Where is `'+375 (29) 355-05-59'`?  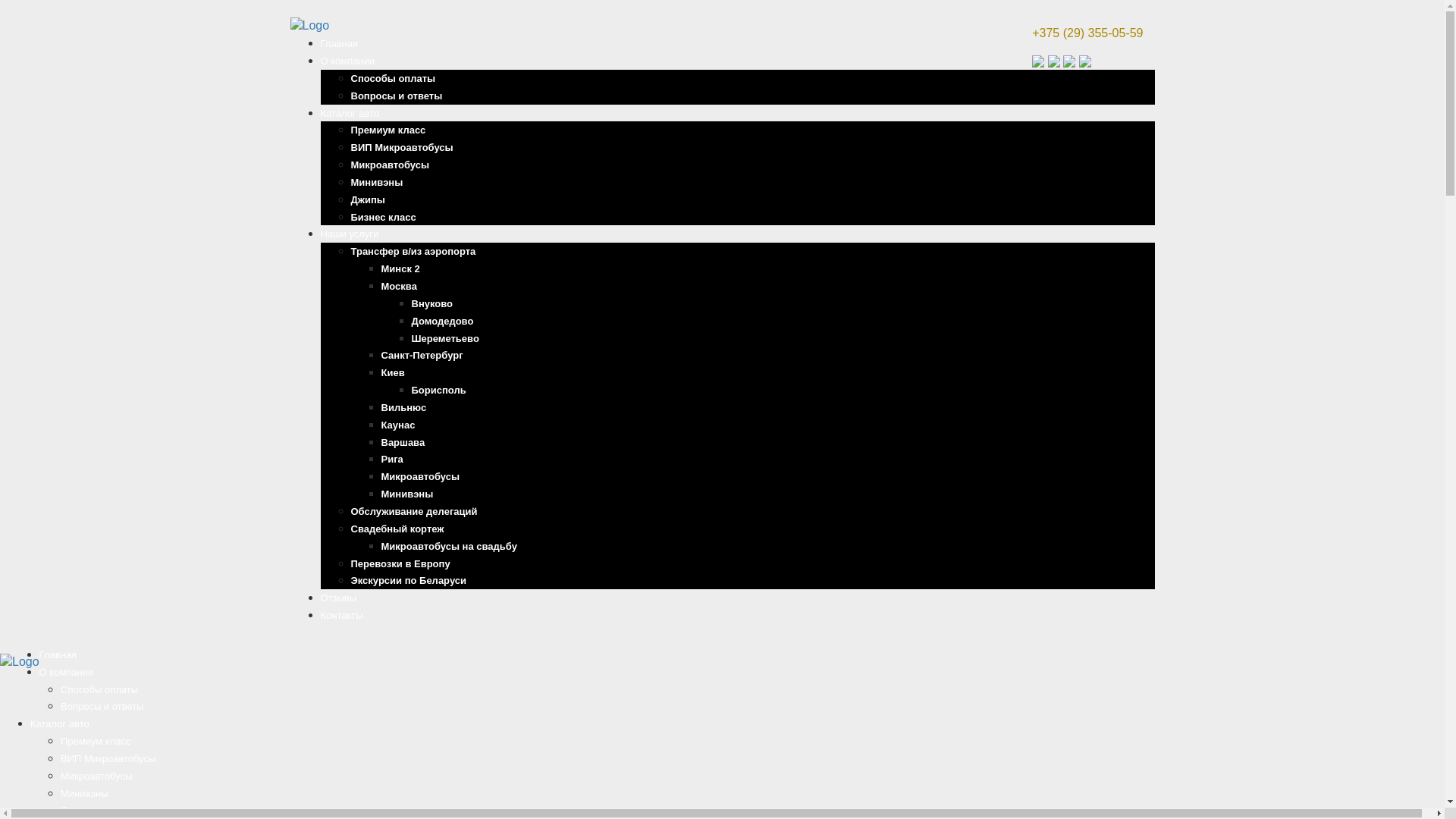 '+375 (29) 355-05-59' is located at coordinates (1031, 33).